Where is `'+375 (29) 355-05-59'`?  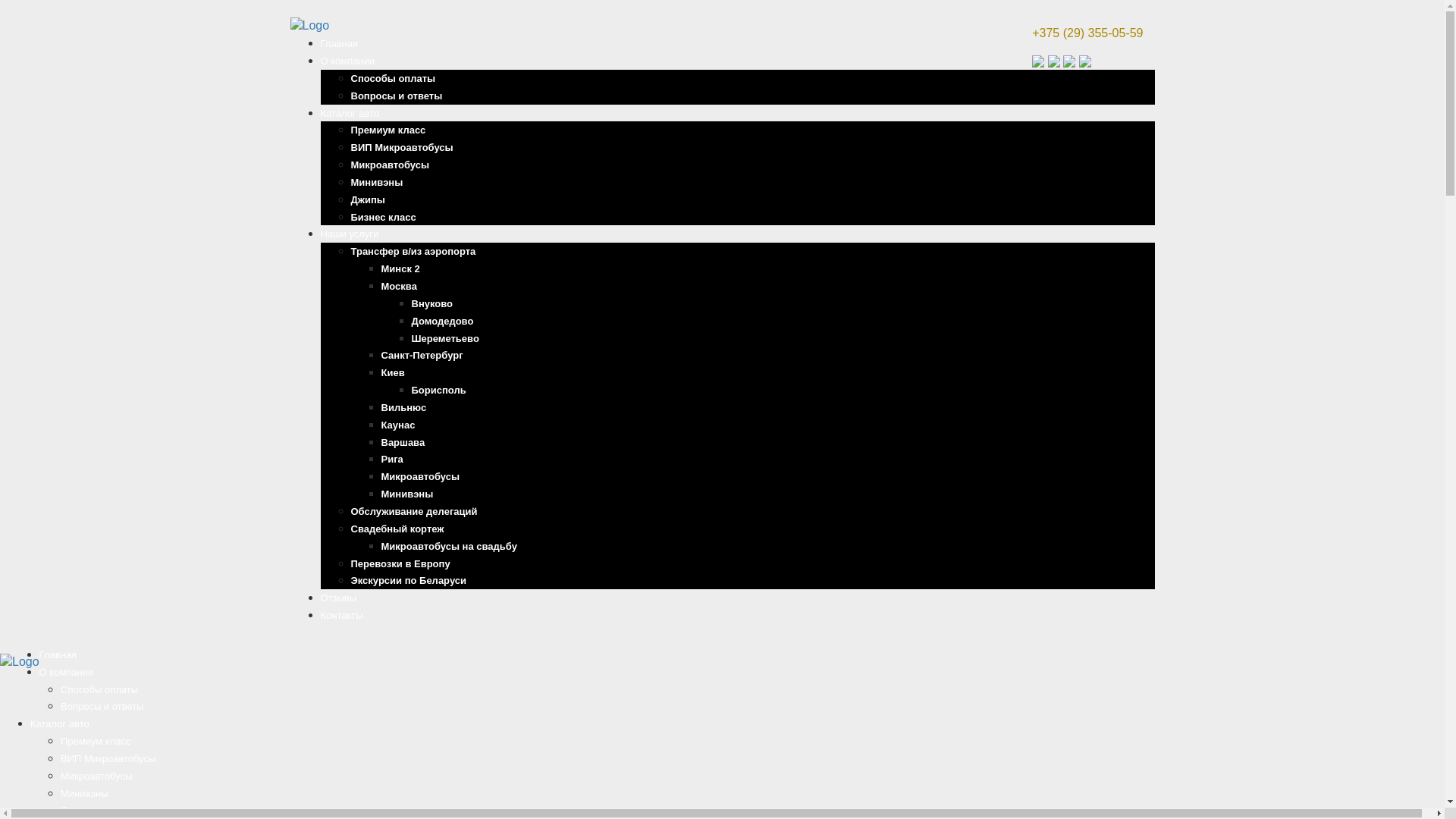 '+375 (29) 355-05-59' is located at coordinates (1031, 33).